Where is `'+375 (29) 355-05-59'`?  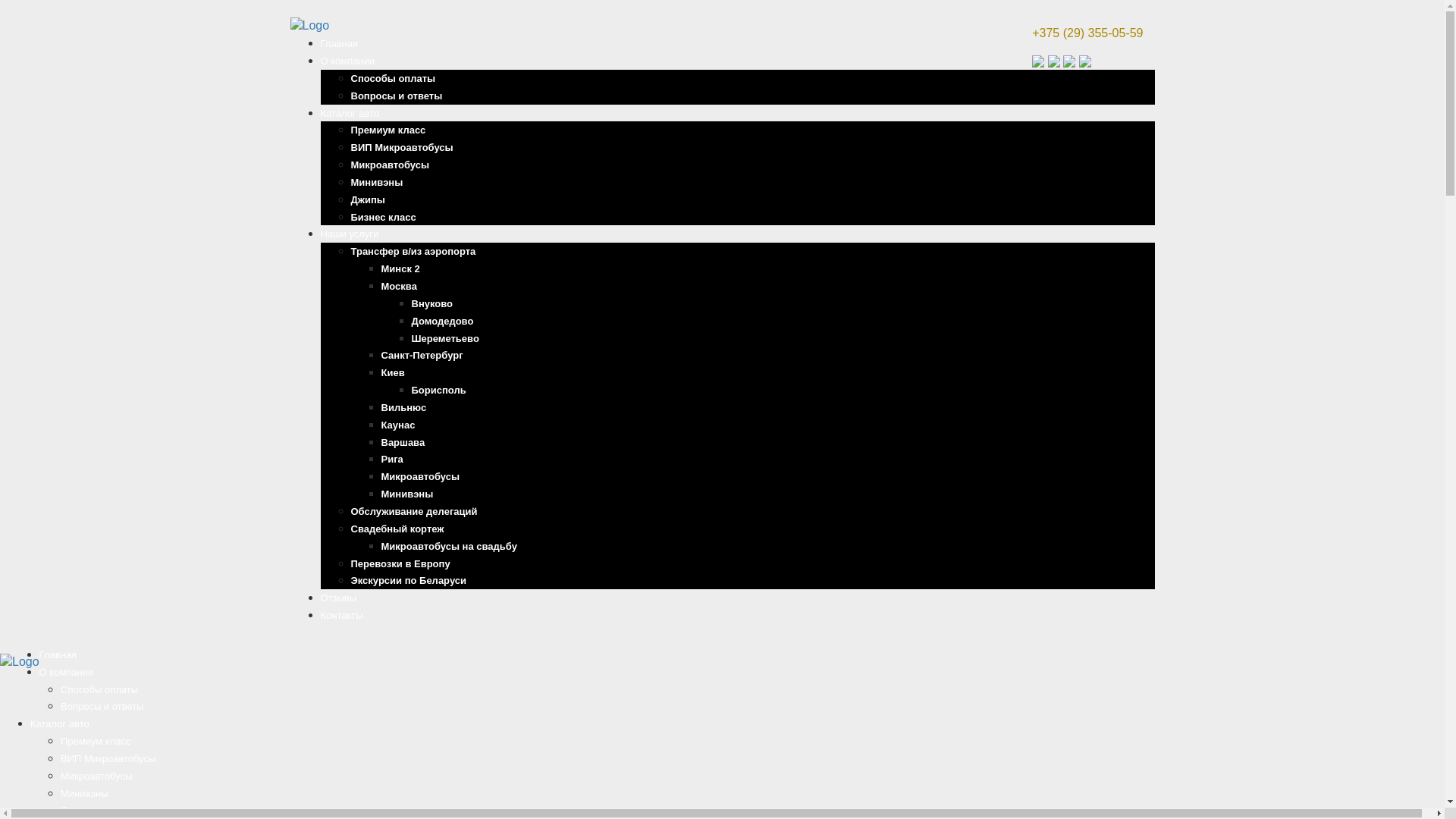 '+375 (29) 355-05-59' is located at coordinates (1031, 33).